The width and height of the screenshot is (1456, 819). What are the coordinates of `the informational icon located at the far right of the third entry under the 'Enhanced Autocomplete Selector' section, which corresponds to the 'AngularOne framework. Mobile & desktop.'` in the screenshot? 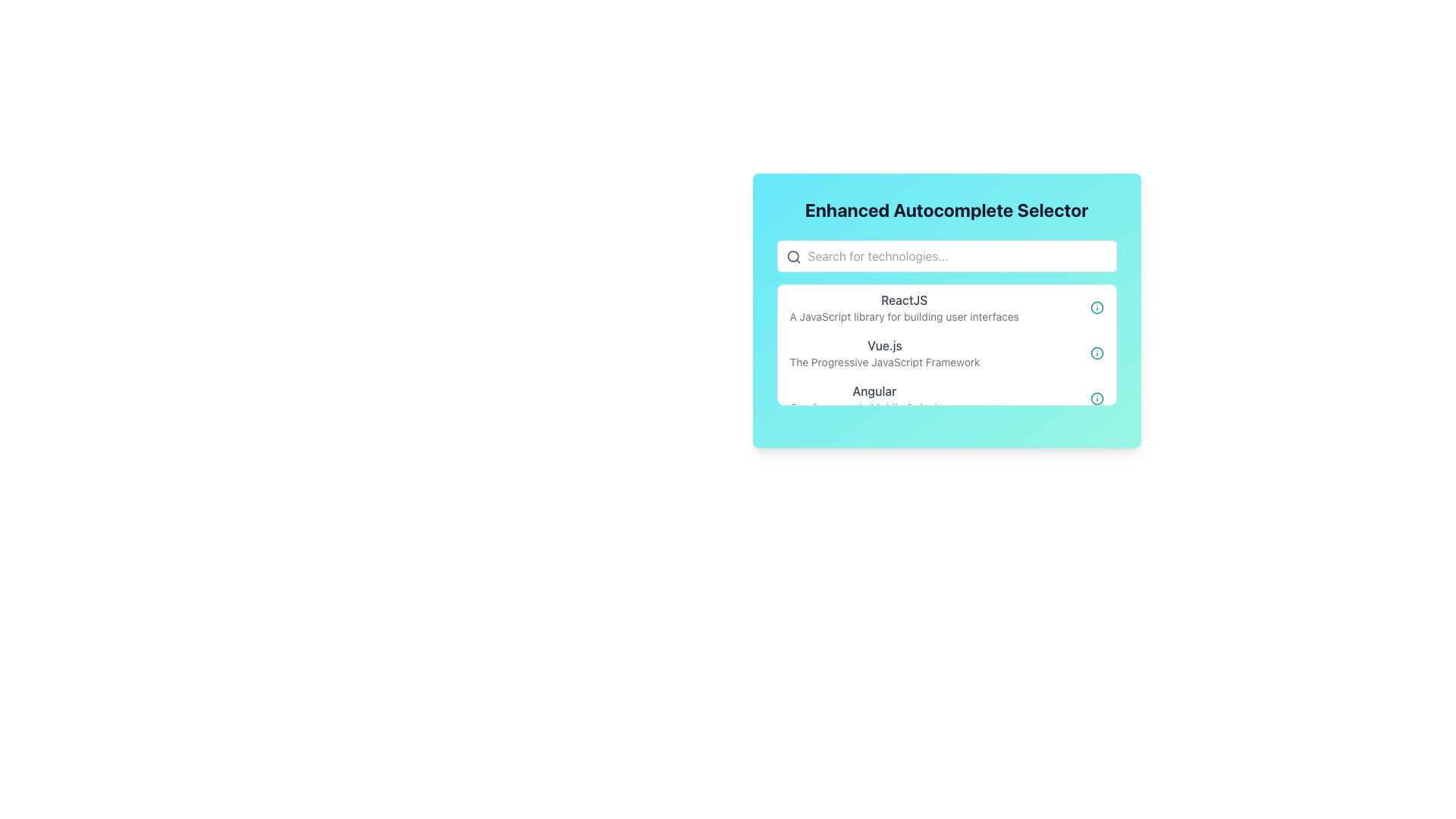 It's located at (1097, 397).